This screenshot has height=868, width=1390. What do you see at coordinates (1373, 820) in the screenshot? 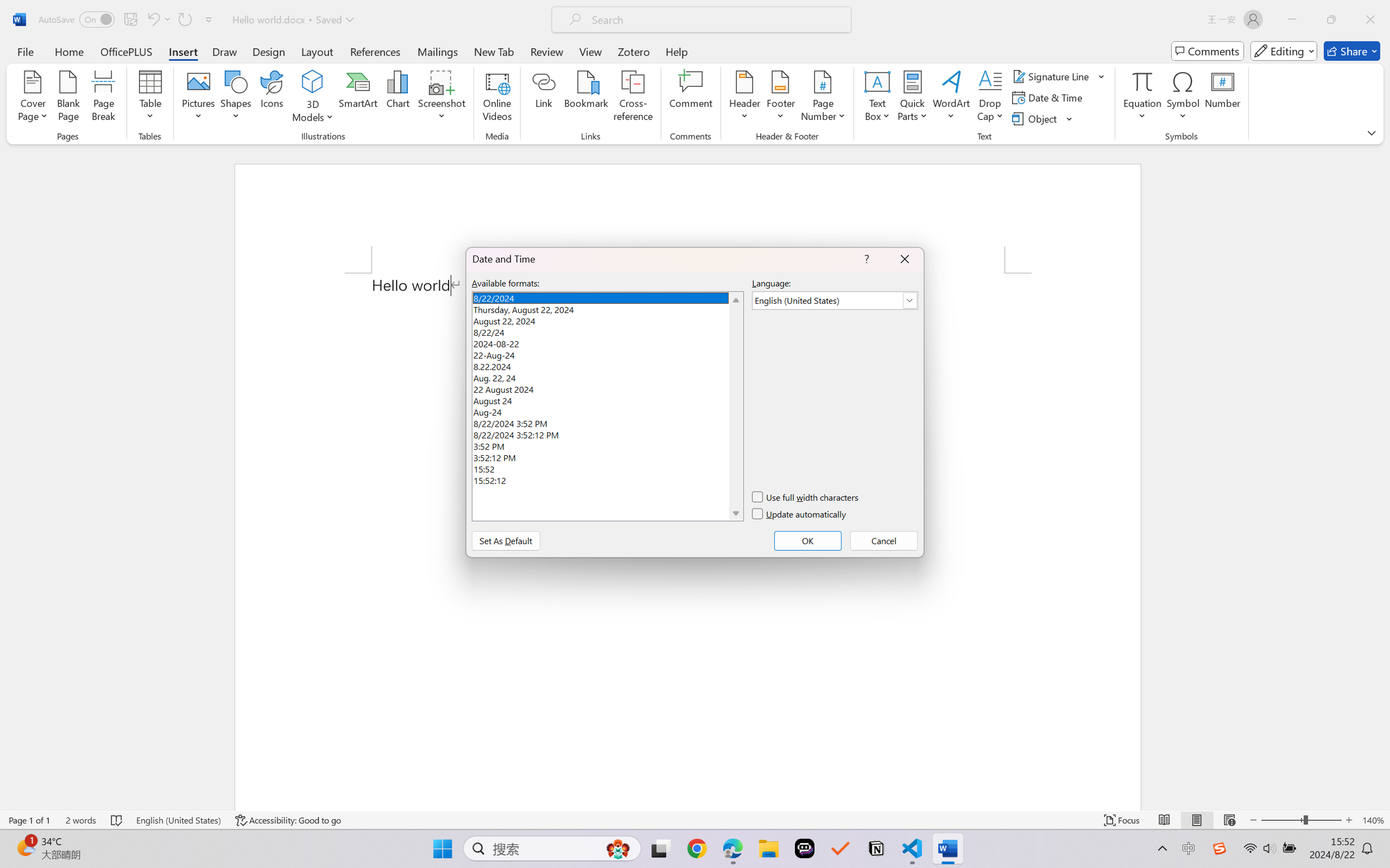
I see `'Zoom 140%'` at bounding box center [1373, 820].